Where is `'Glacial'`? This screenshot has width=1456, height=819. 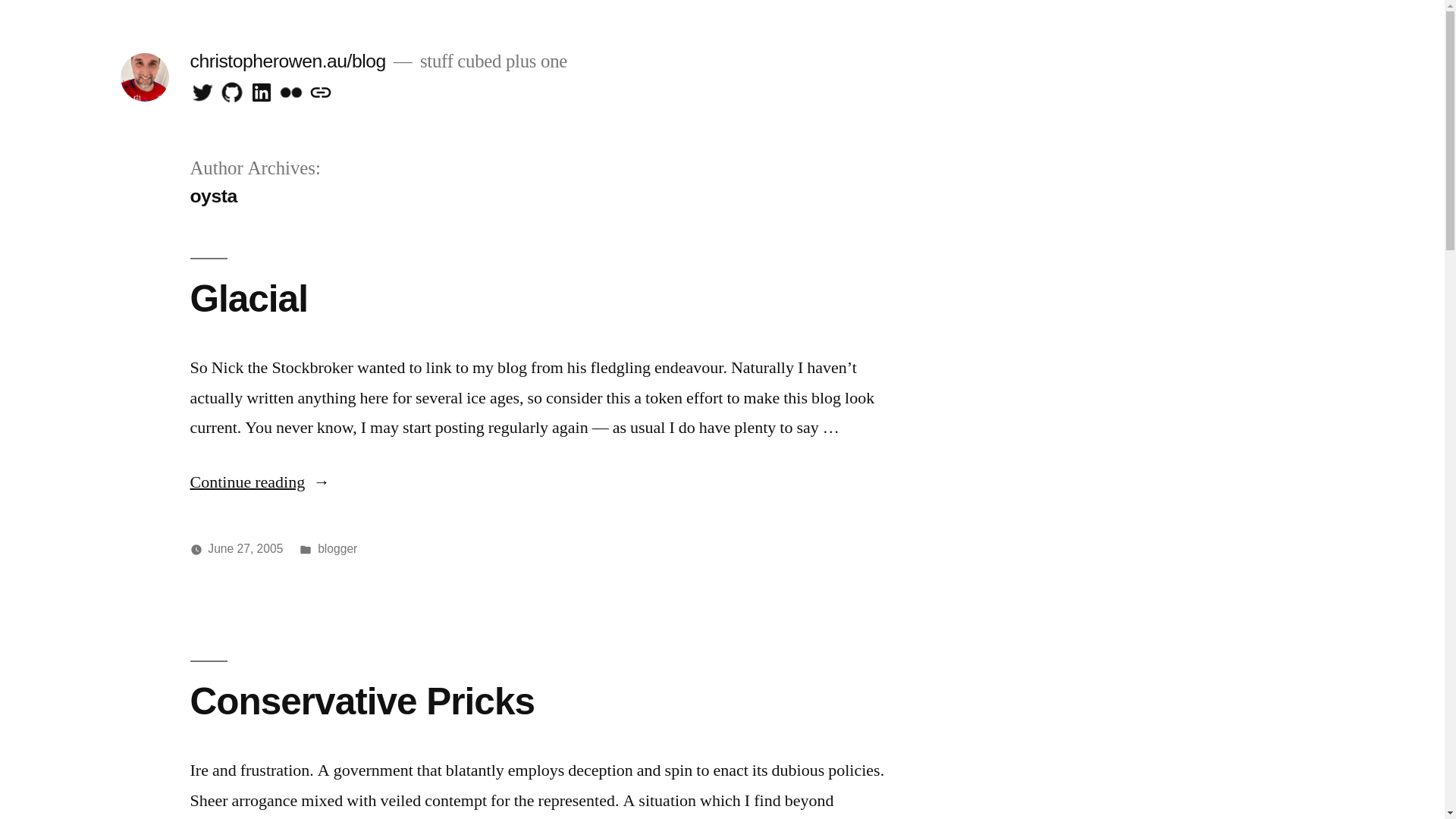 'Glacial' is located at coordinates (248, 298).